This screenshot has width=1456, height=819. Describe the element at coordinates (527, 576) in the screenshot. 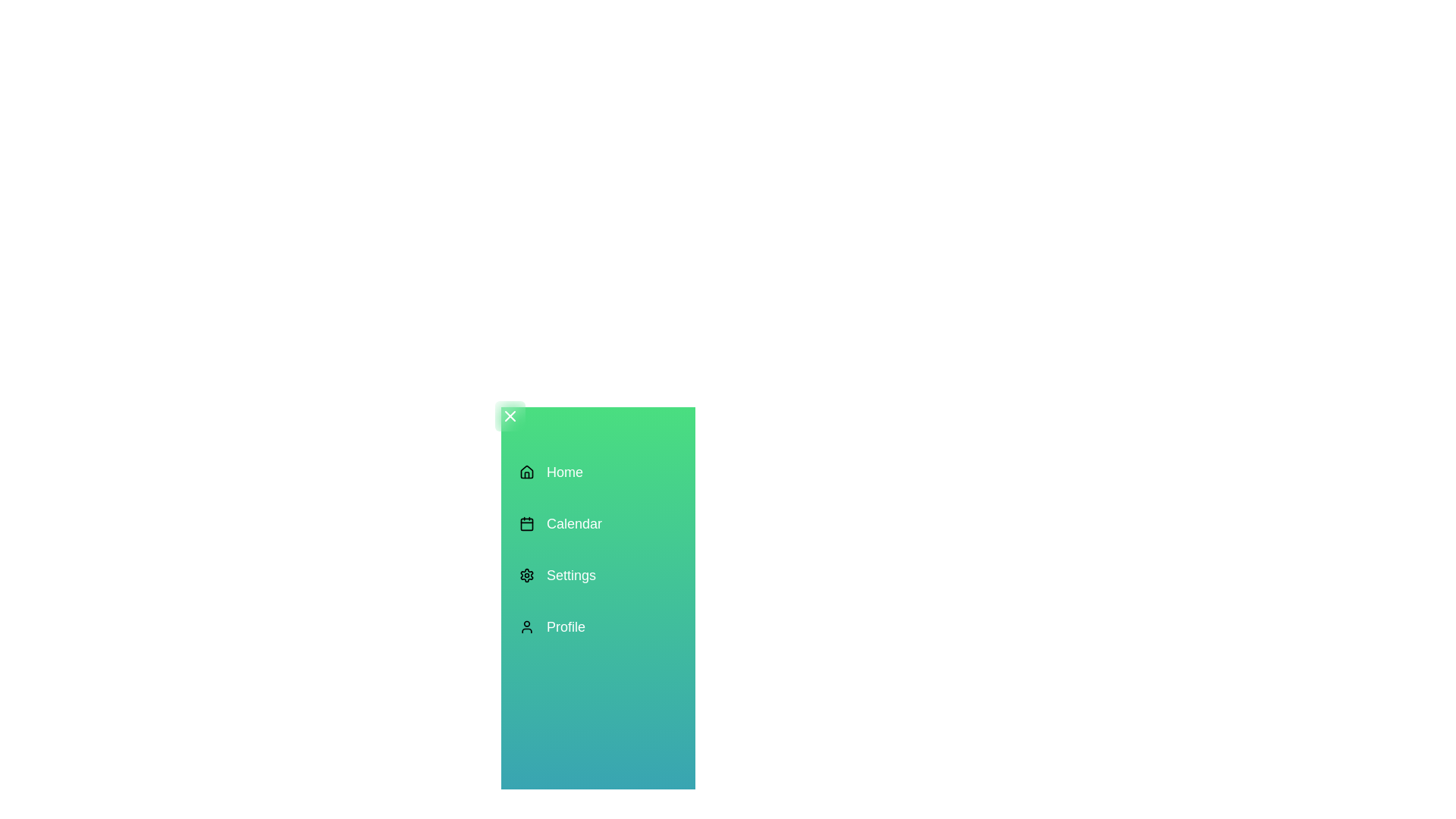

I see `the gear icon representing settings, which is part of the menu option labeled 'Settings'` at that location.